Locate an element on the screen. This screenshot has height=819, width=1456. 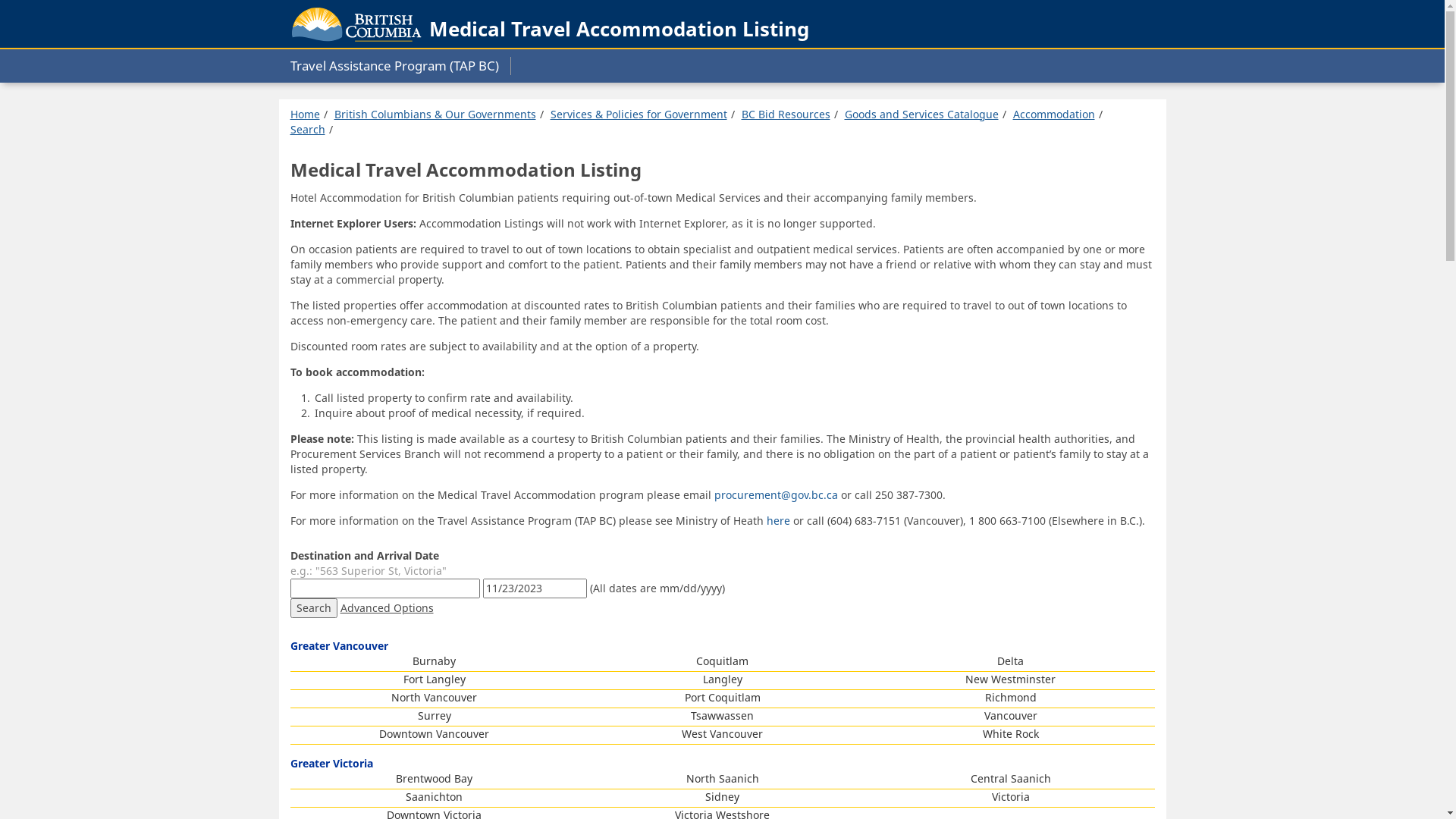
'Search' is located at coordinates (312, 607).